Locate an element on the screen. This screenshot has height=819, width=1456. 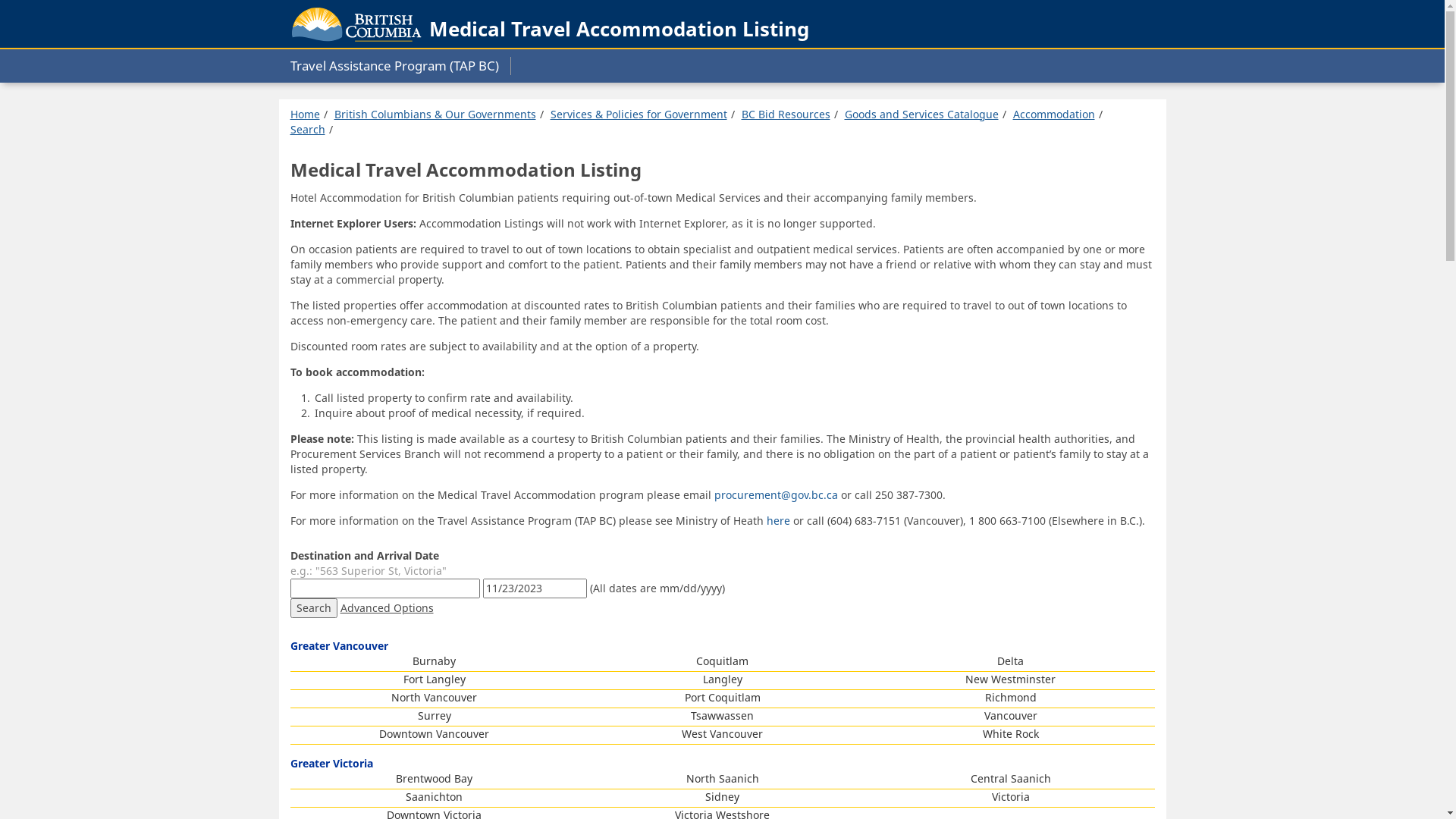
'Search' is located at coordinates (312, 607).